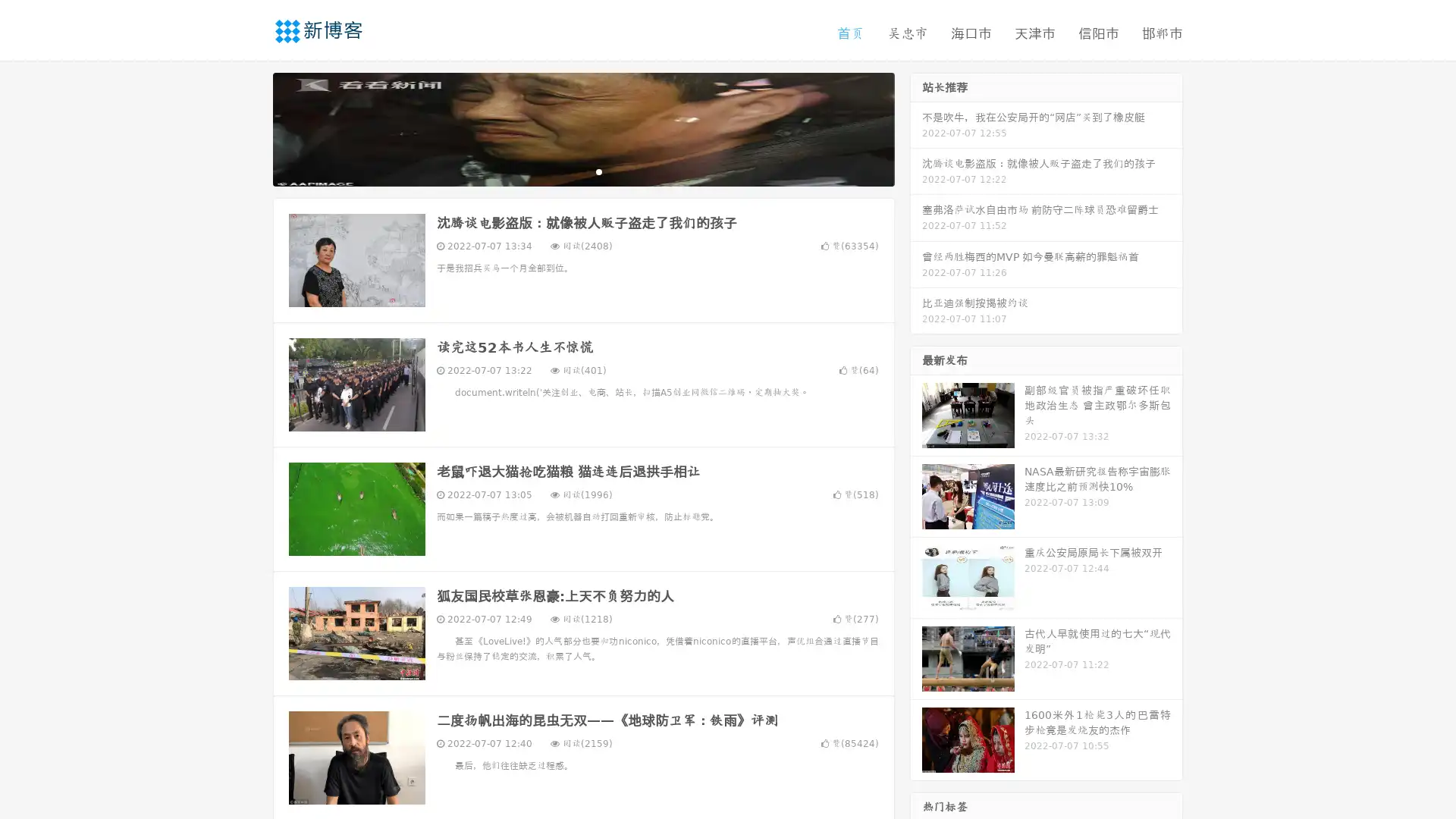  I want to click on Go to slide 1, so click(567, 171).